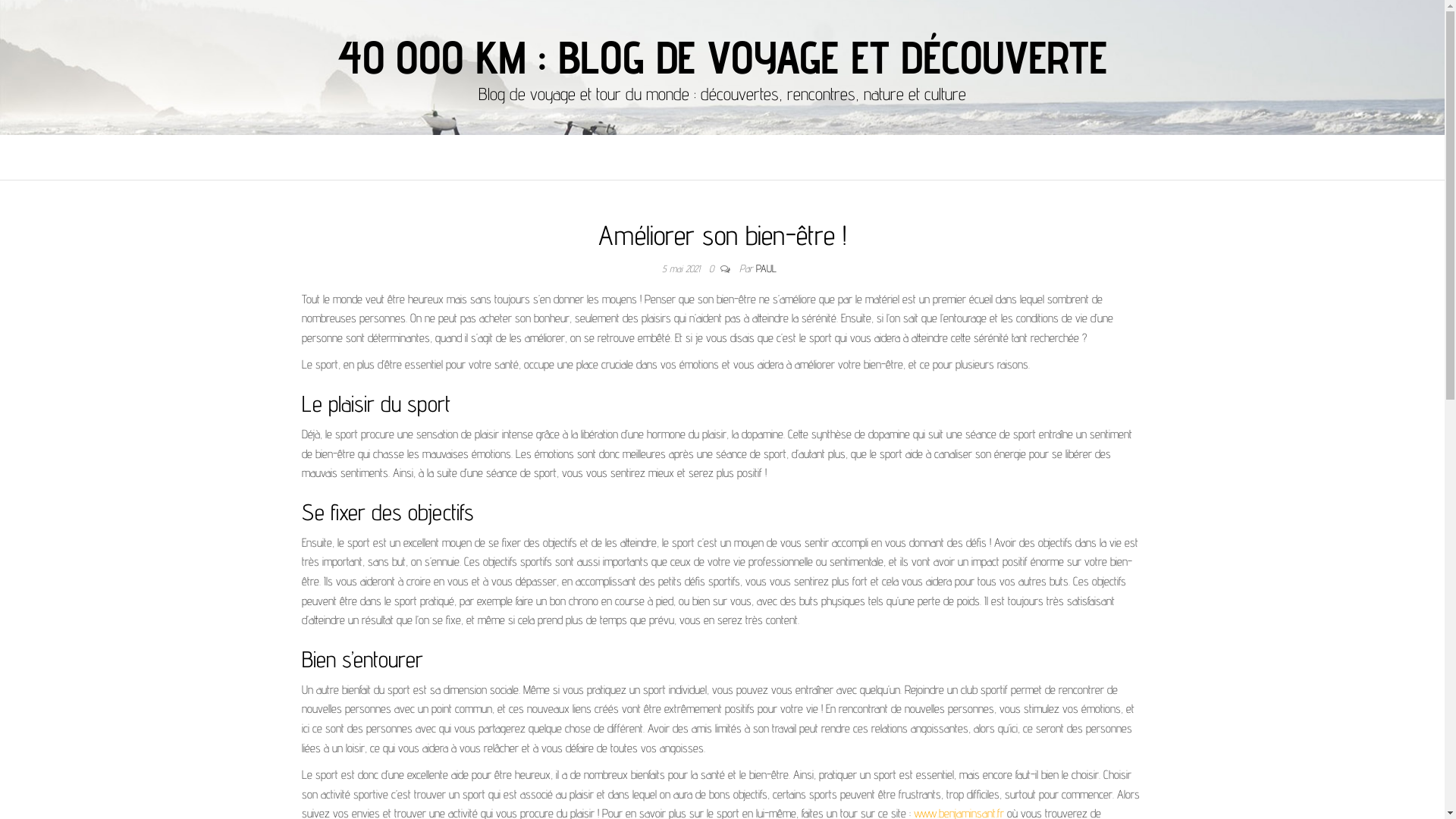  What do you see at coordinates (714, 268) in the screenshot?
I see `'0'` at bounding box center [714, 268].